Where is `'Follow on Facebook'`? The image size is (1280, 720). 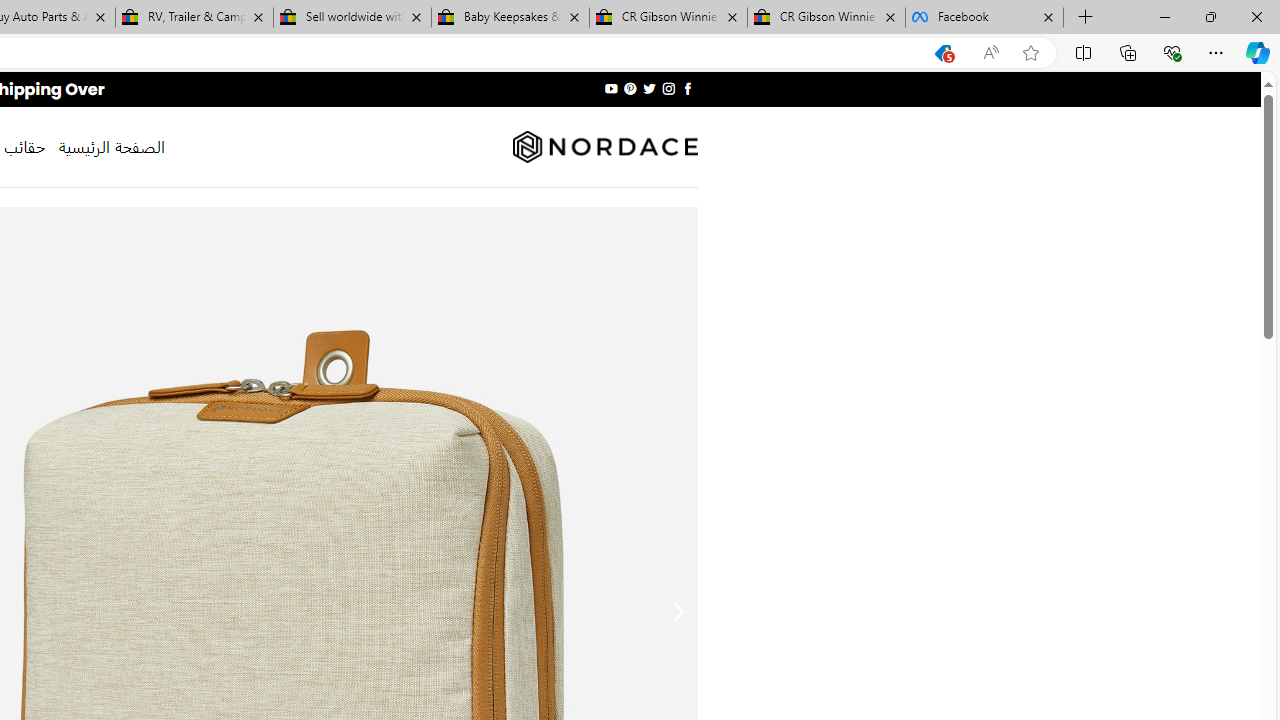
'Follow on Facebook' is located at coordinates (687, 88).